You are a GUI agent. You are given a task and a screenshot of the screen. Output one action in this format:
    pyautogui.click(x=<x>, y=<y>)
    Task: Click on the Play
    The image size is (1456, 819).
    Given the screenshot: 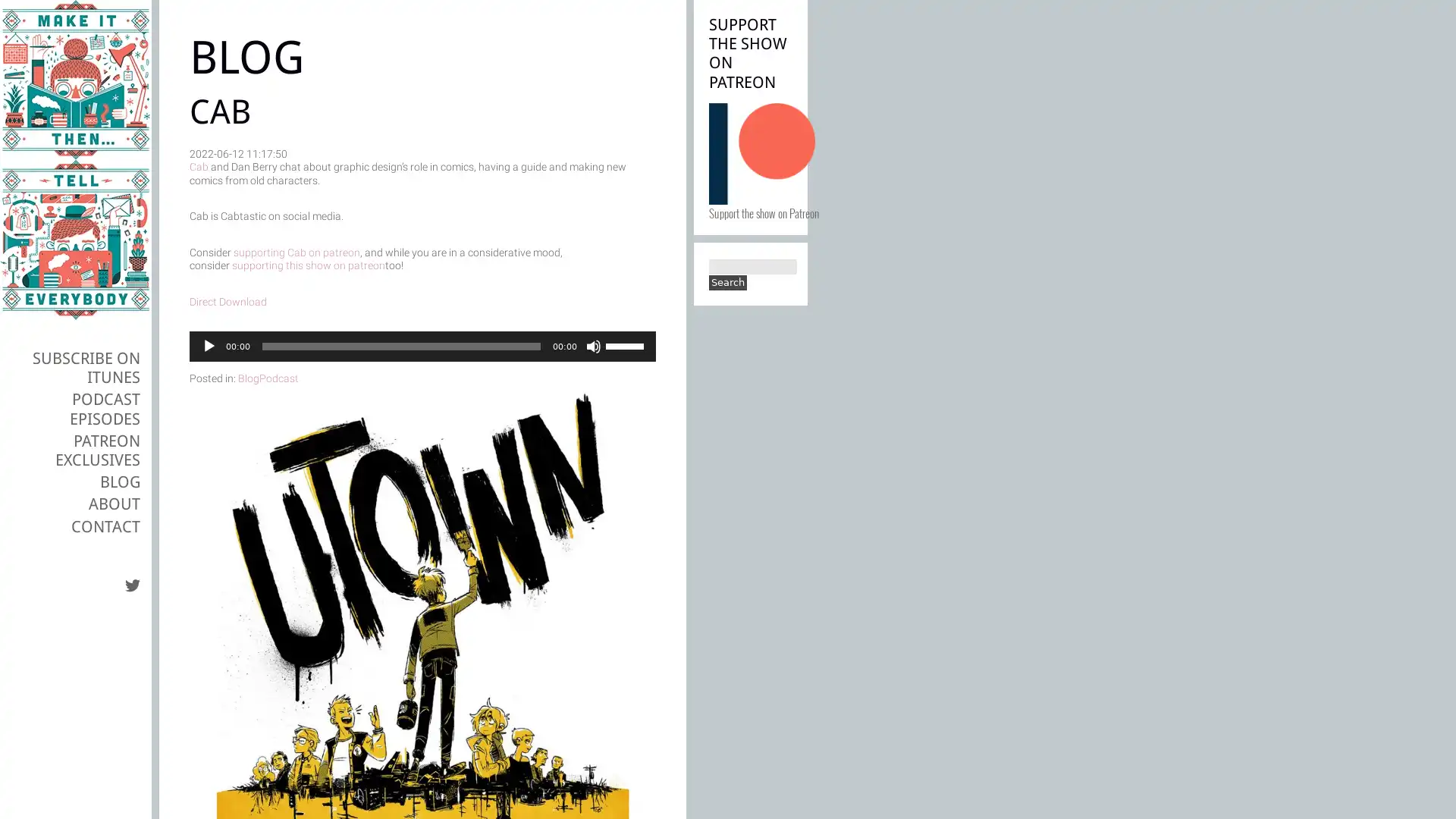 What is the action you would take?
    pyautogui.click(x=208, y=346)
    